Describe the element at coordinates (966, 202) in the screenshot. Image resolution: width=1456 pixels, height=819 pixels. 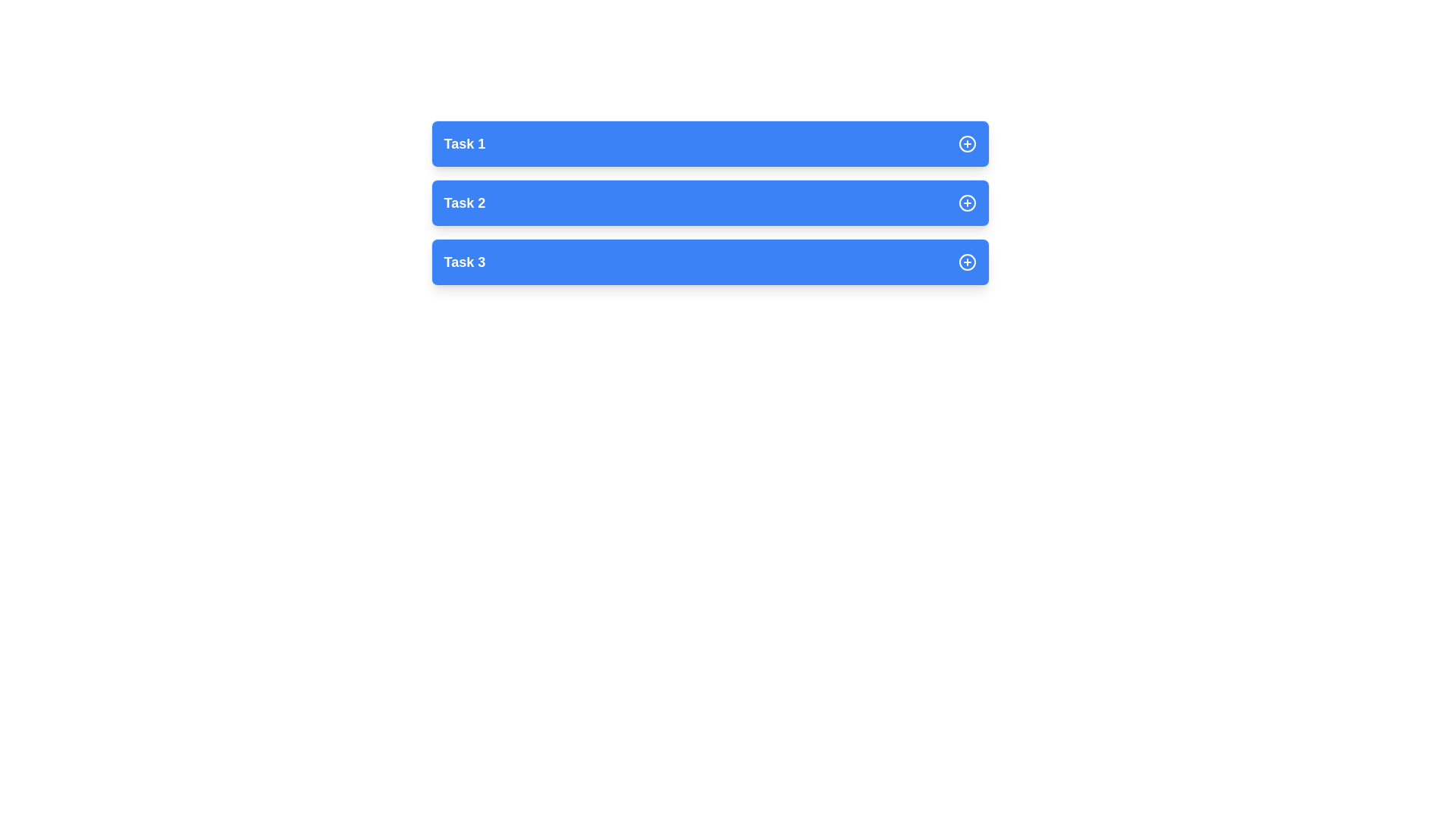
I see `the button positioned on the far right side of the 'Task 2' bar` at that location.